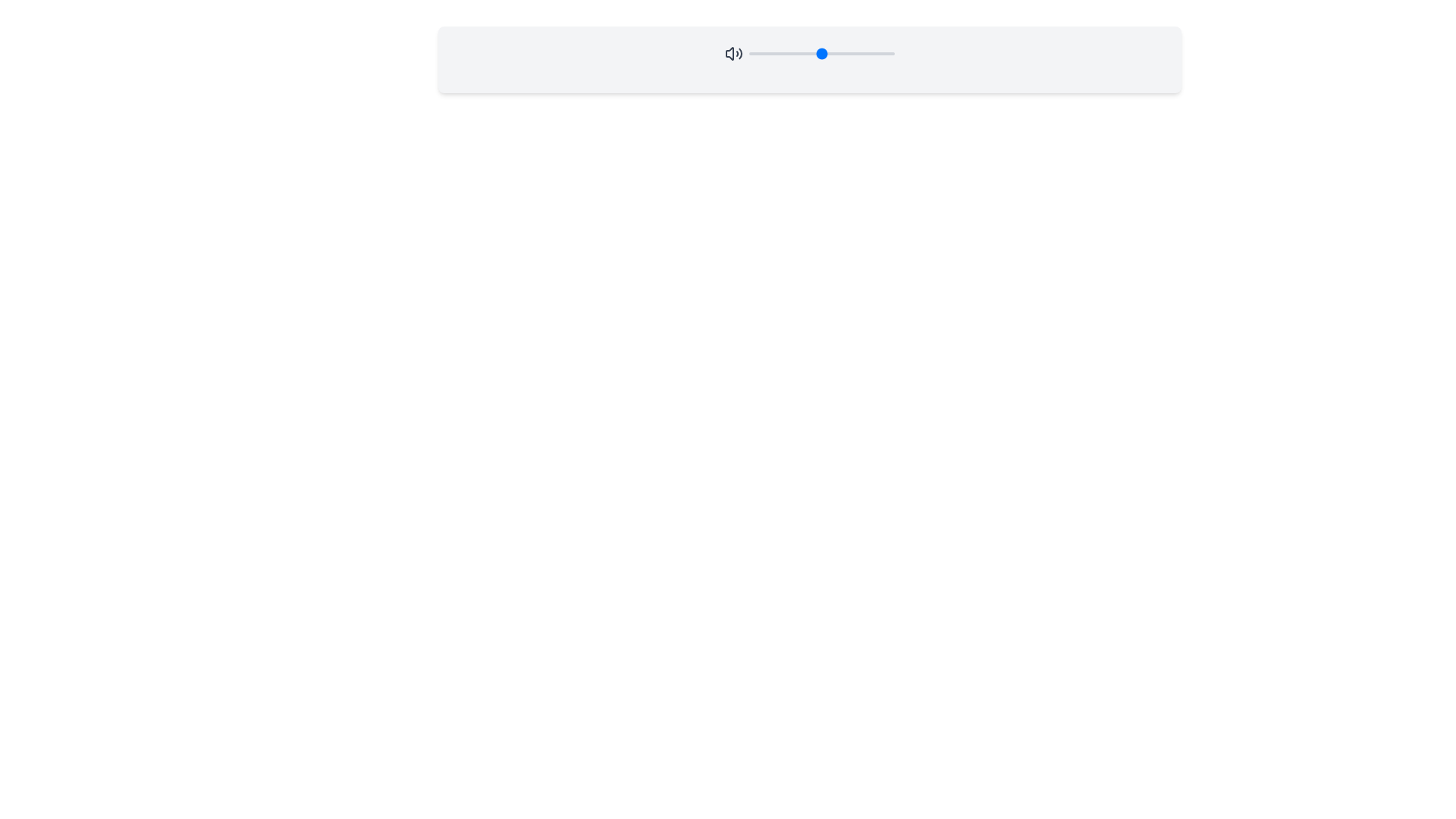 This screenshot has height=819, width=1456. Describe the element at coordinates (783, 52) in the screenshot. I see `volume level` at that location.